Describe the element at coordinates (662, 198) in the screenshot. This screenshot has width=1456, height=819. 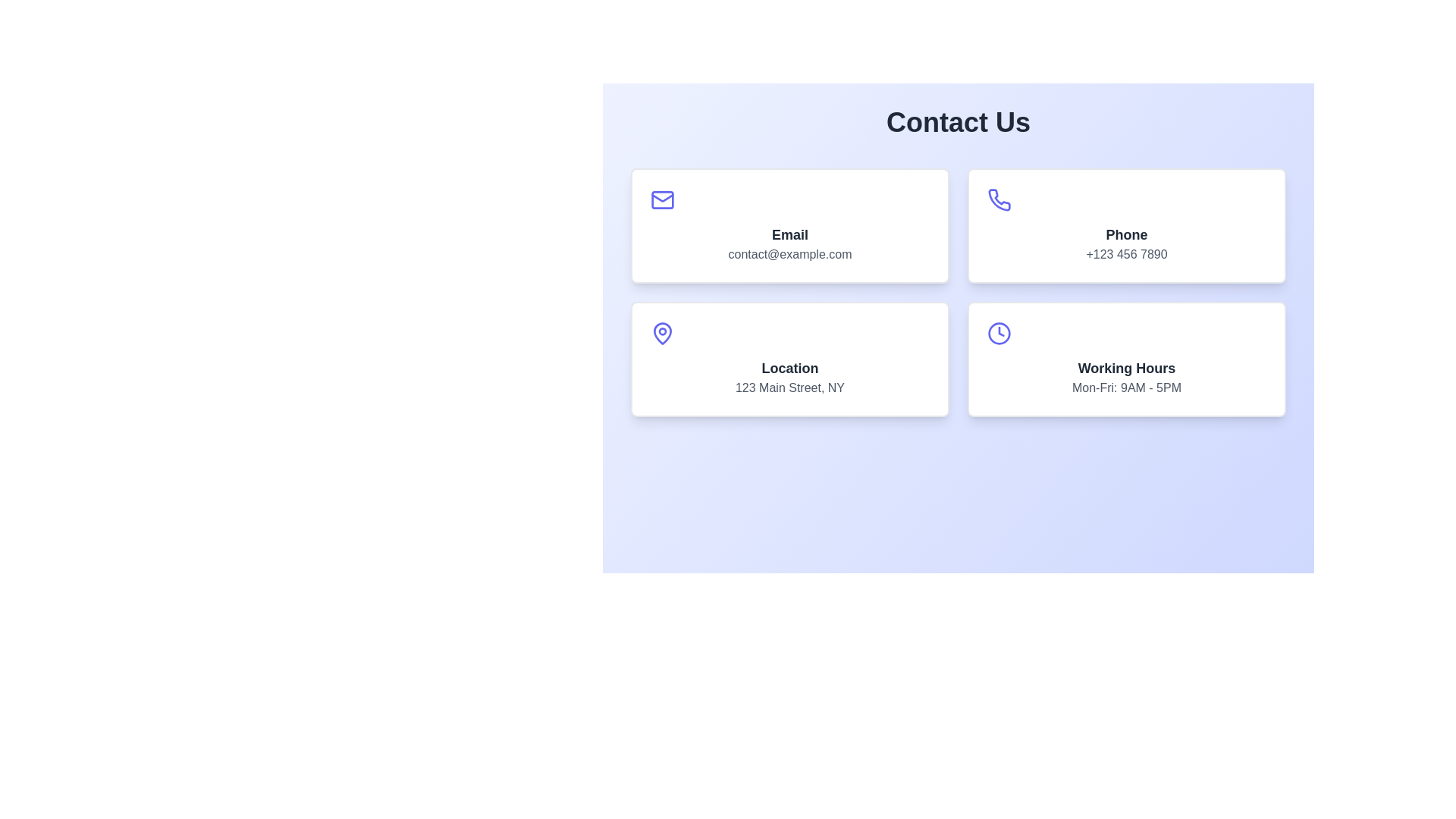
I see `the upper rectangle of the envelope icon, which symbolizes email communication, located in the top-left card under the 'Contact Us' section, above the 'Email' text` at that location.